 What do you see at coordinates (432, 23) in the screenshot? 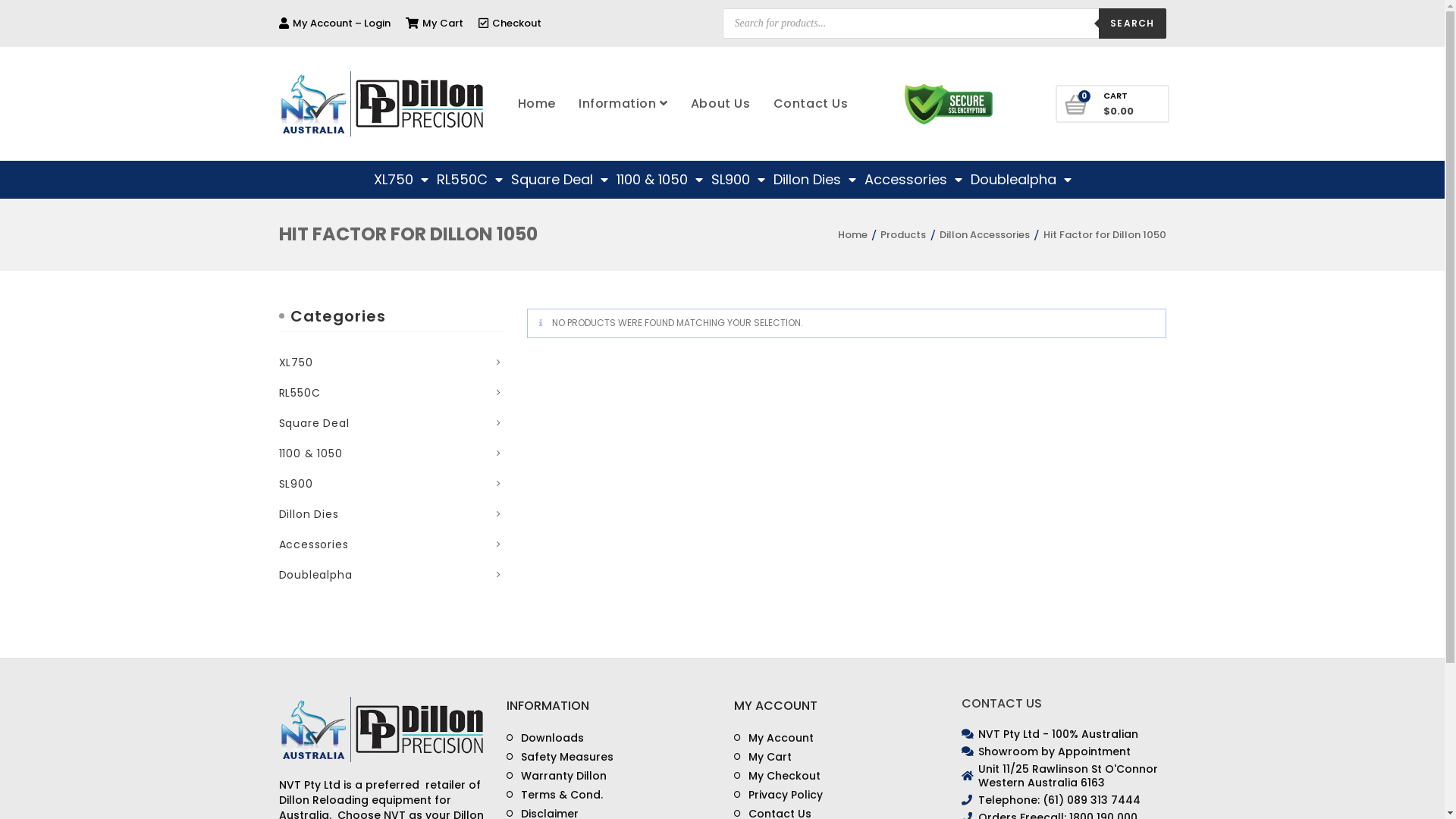
I see `'My Cart'` at bounding box center [432, 23].